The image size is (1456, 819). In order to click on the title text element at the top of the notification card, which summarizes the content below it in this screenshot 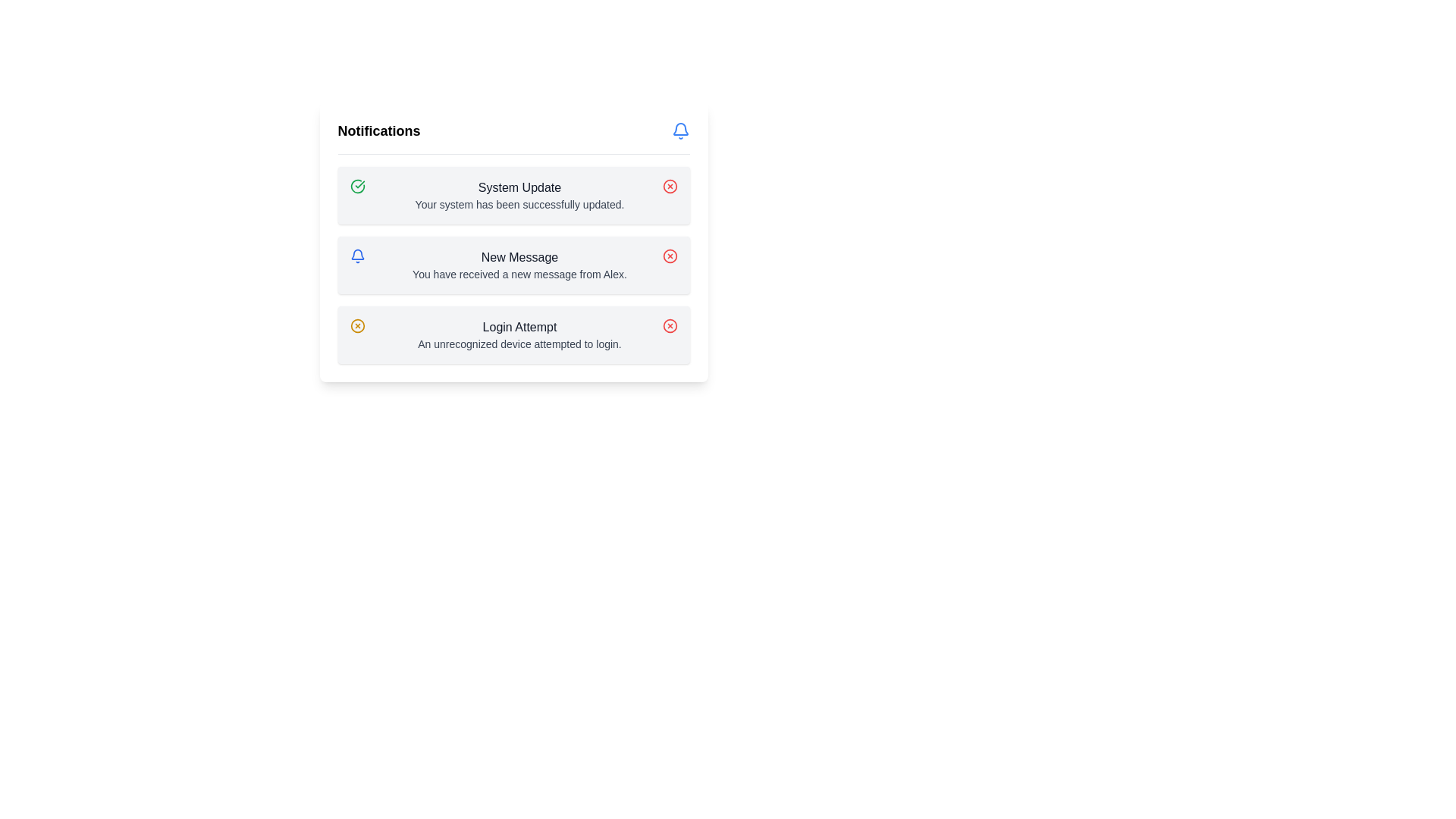, I will do `click(519, 187)`.